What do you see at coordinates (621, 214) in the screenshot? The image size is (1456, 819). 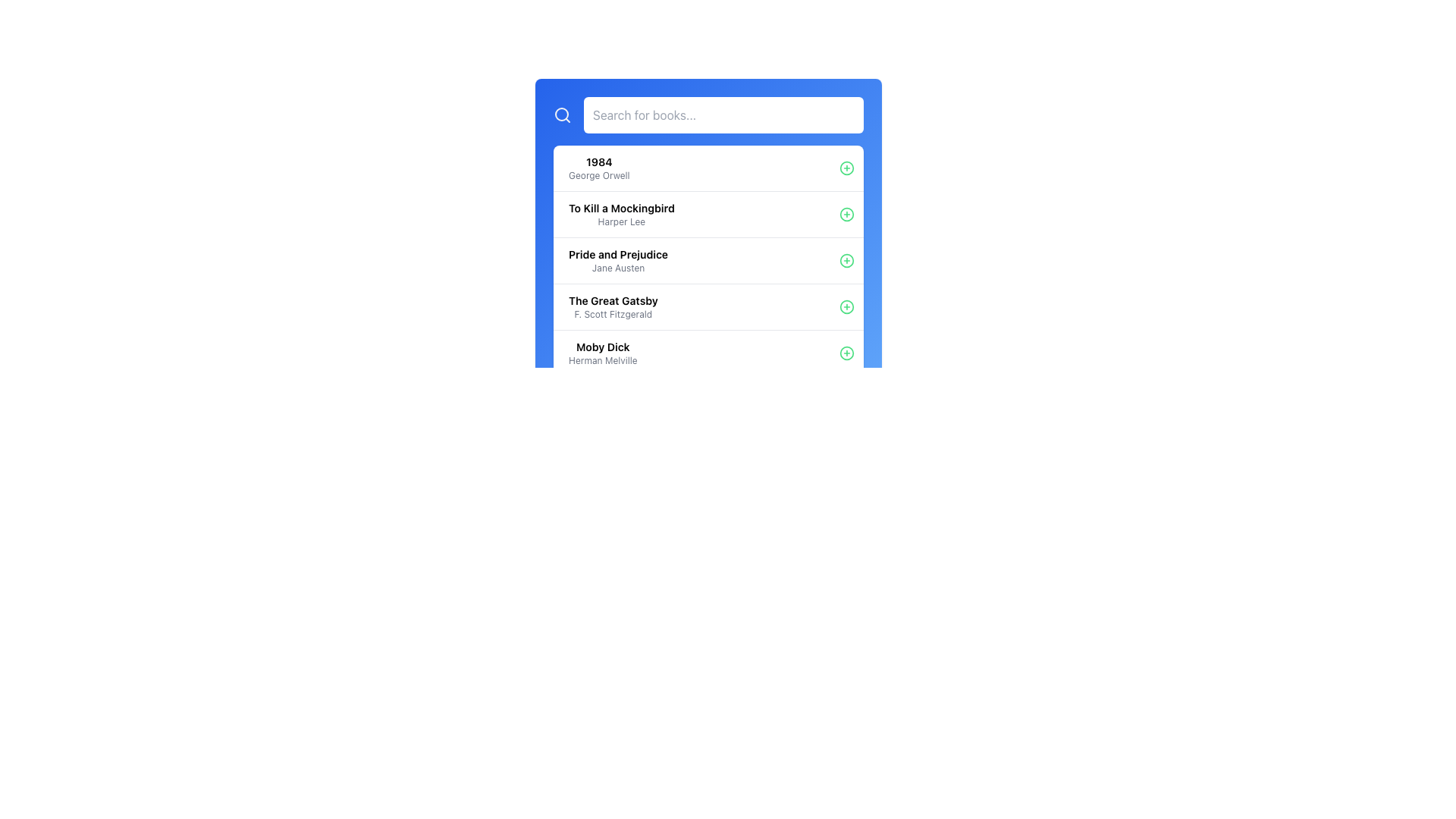 I see `the text display element showing 'To Kill a Mockingbird' by 'Harper Lee', which is the second item in a vertical list` at bounding box center [621, 214].